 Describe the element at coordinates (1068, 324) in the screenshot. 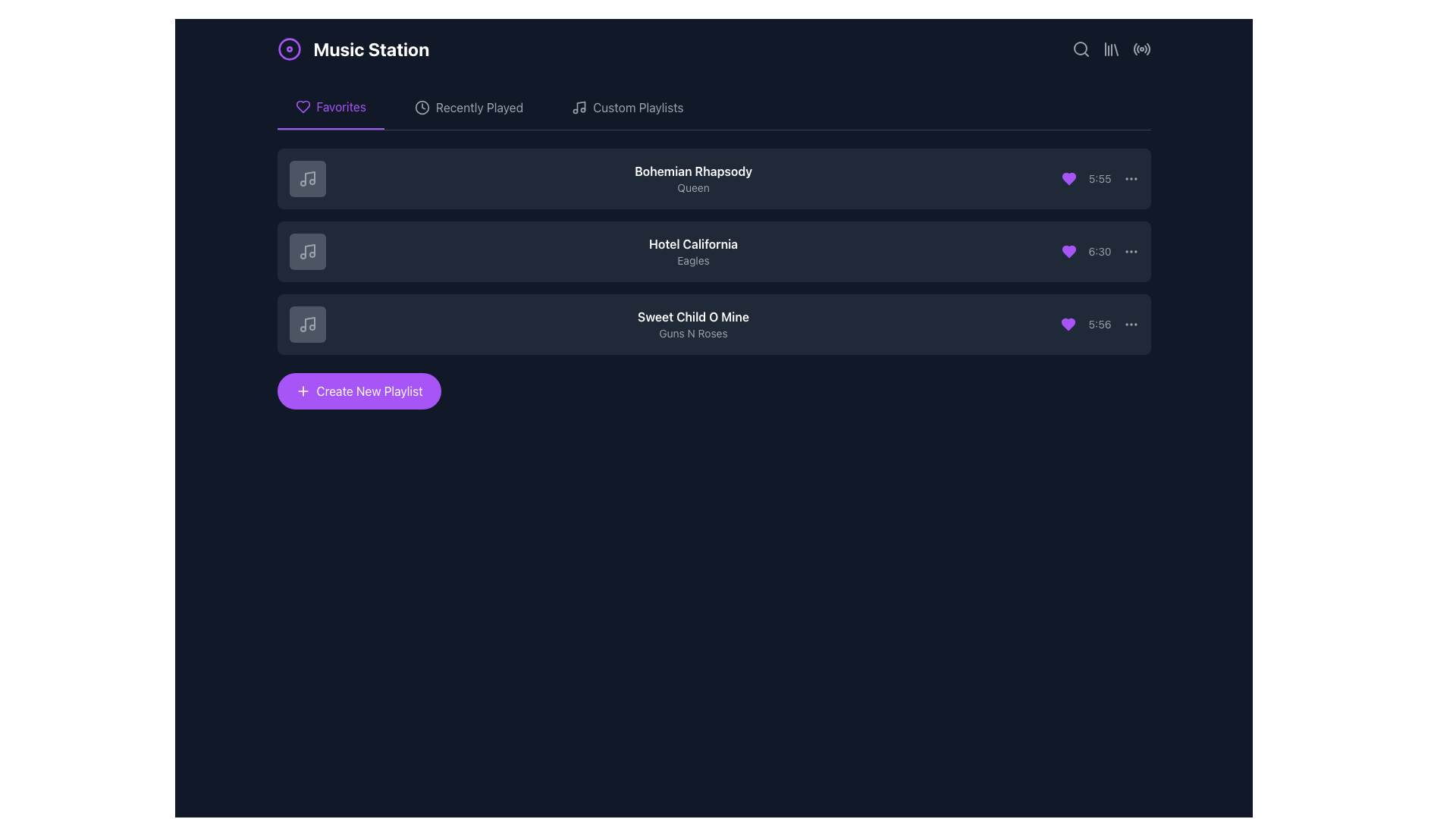

I see `the heart-shaped iconic button located in the third row of the playlist items, adjacent to the duration text '5:56'` at that location.